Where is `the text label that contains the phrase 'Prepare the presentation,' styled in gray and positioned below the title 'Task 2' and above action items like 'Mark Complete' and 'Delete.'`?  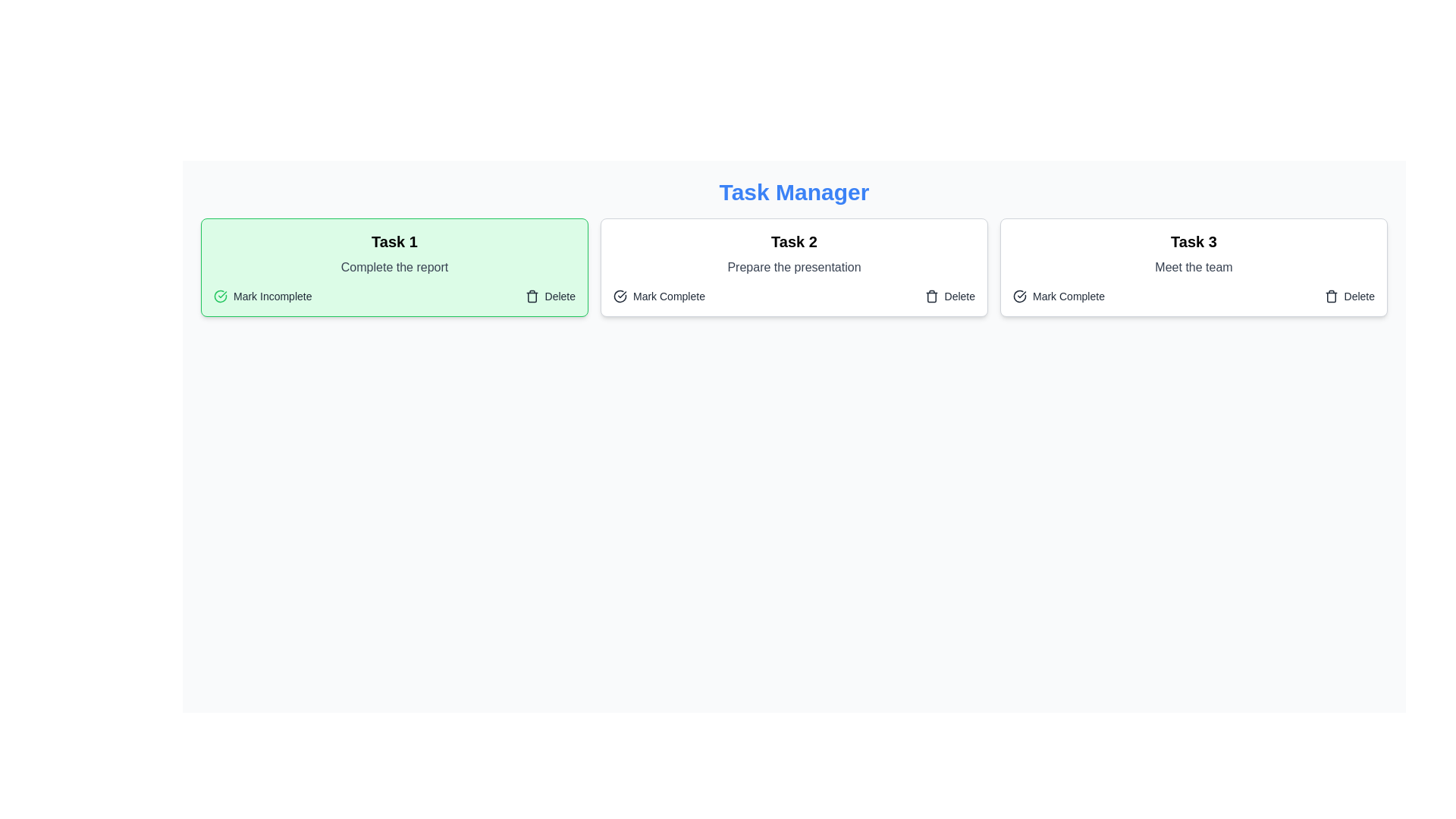 the text label that contains the phrase 'Prepare the presentation,' styled in gray and positioned below the title 'Task 2' and above action items like 'Mark Complete' and 'Delete.' is located at coordinates (793, 267).